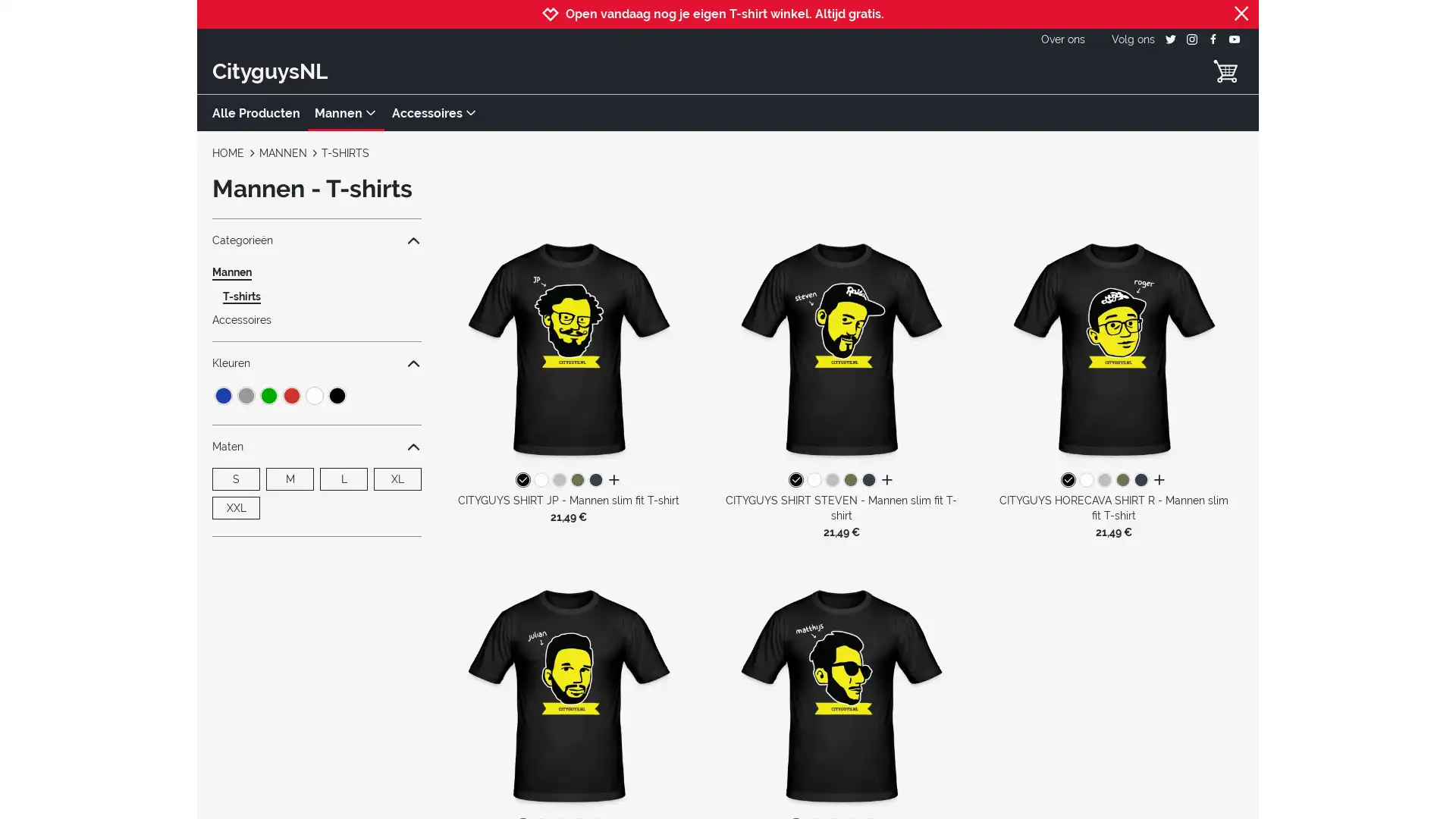 The width and height of the screenshot is (1456, 819). Describe the element at coordinates (1141, 480) in the screenshot. I see `navy` at that location.